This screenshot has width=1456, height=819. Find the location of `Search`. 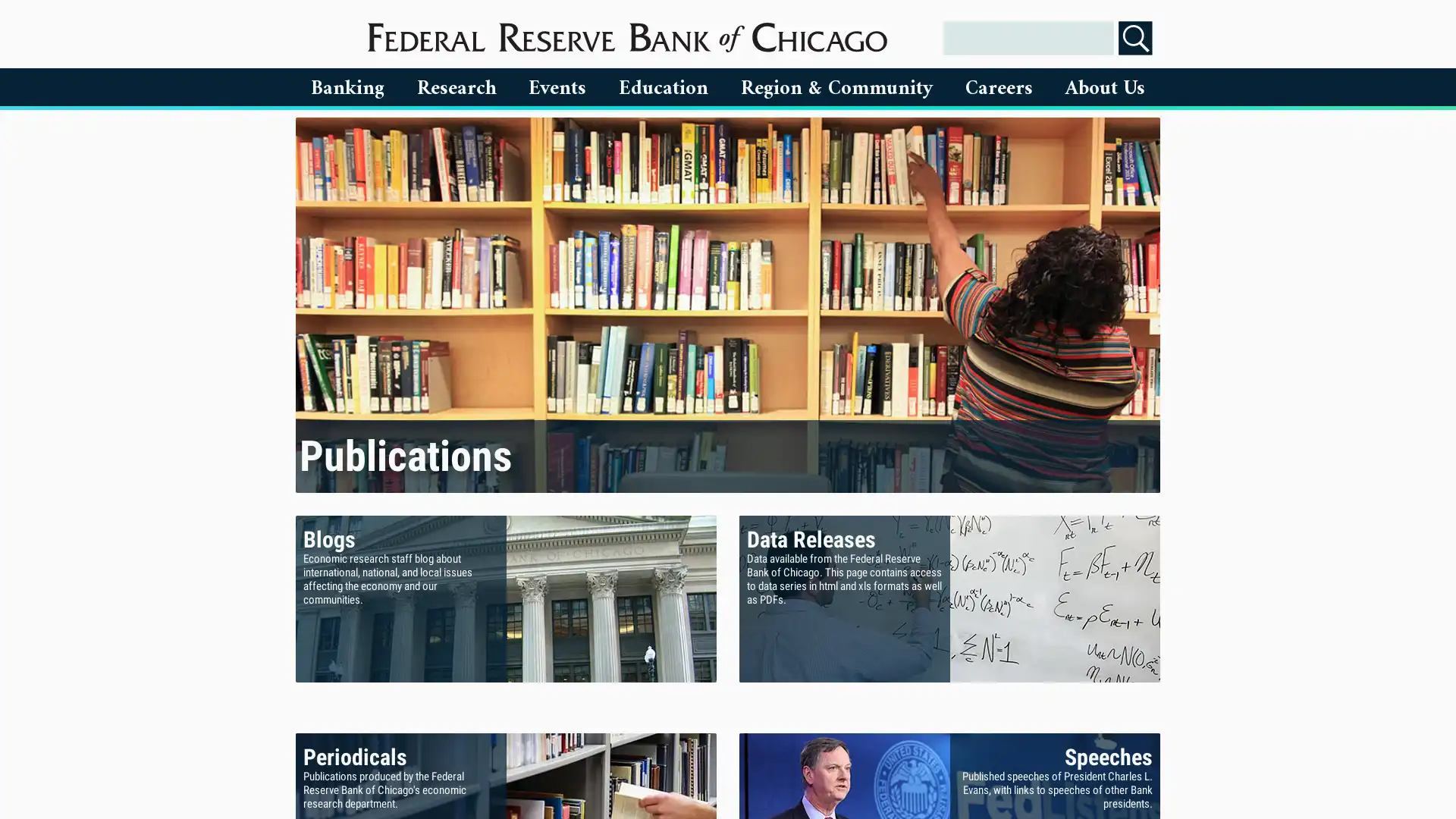

Search is located at coordinates (1135, 37).